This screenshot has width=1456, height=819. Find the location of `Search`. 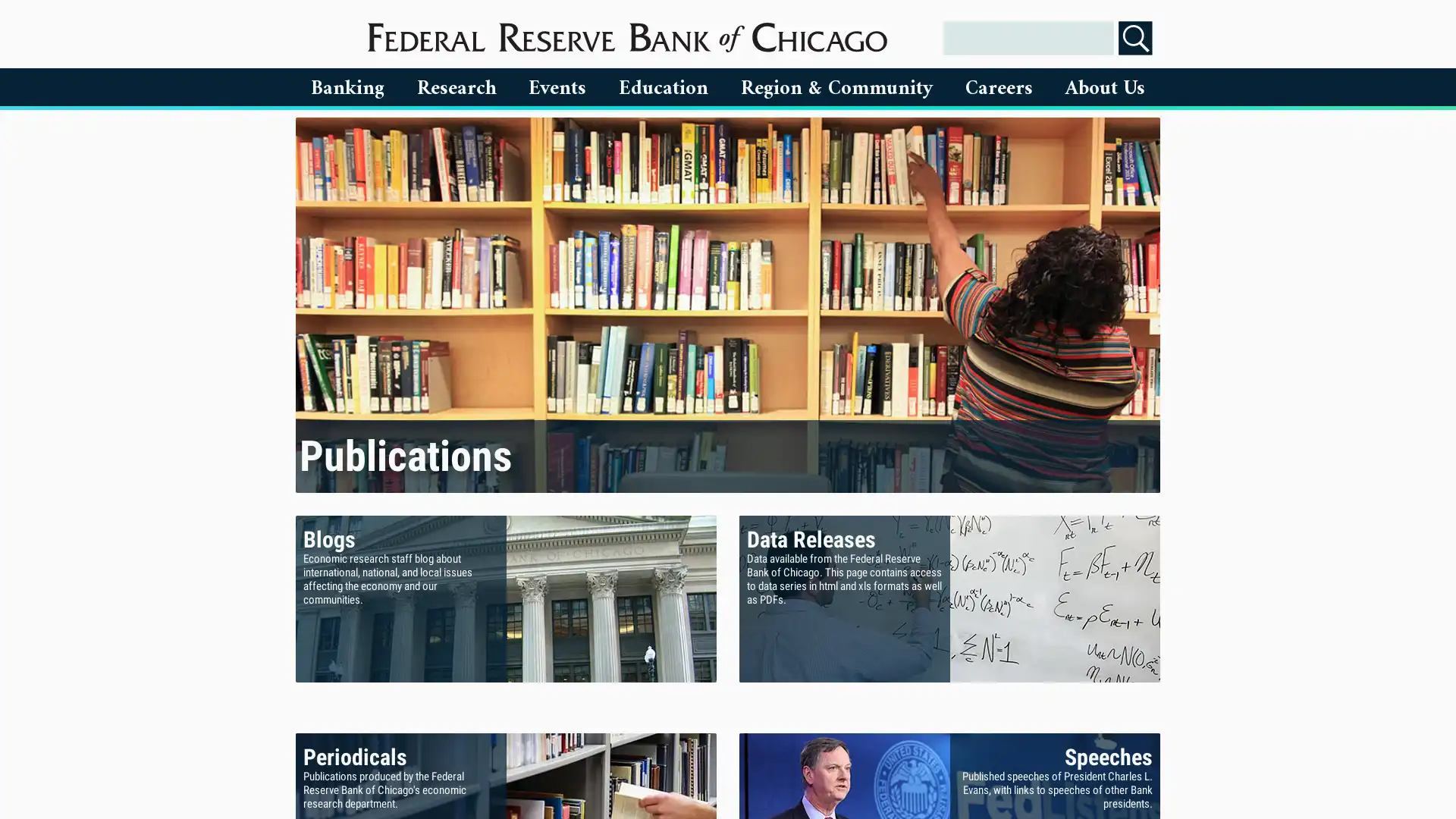

Search is located at coordinates (1135, 37).